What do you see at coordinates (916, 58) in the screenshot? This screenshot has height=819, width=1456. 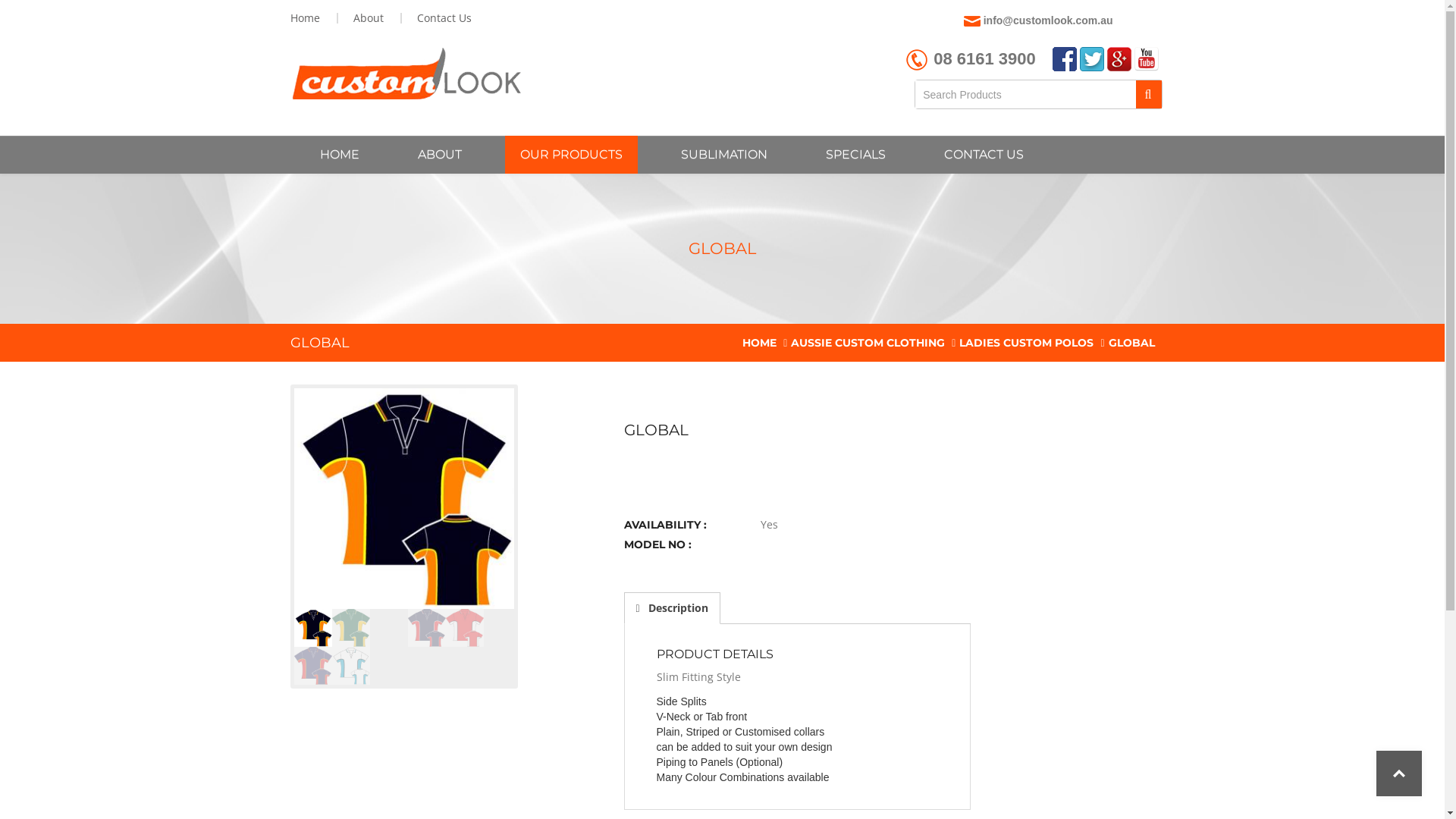 I see `'Custom Phone Icon'` at bounding box center [916, 58].